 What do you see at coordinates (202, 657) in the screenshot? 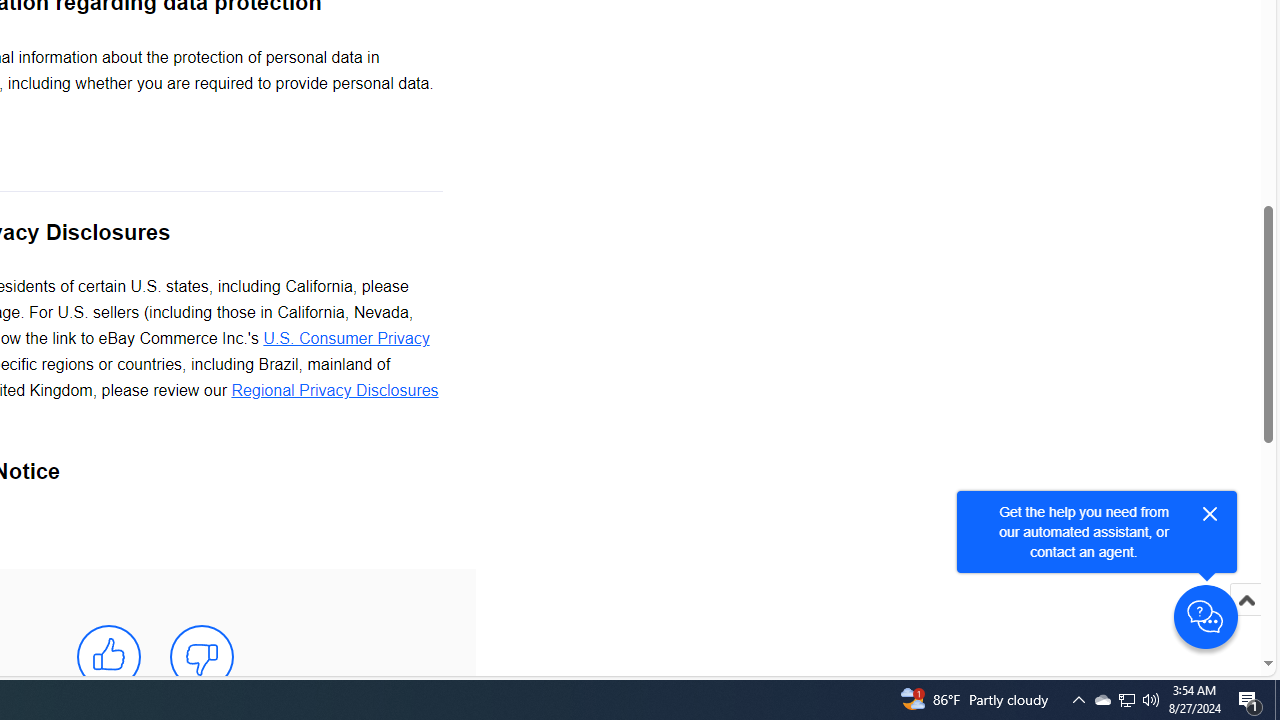
I see `'mark this article not helpful'` at bounding box center [202, 657].